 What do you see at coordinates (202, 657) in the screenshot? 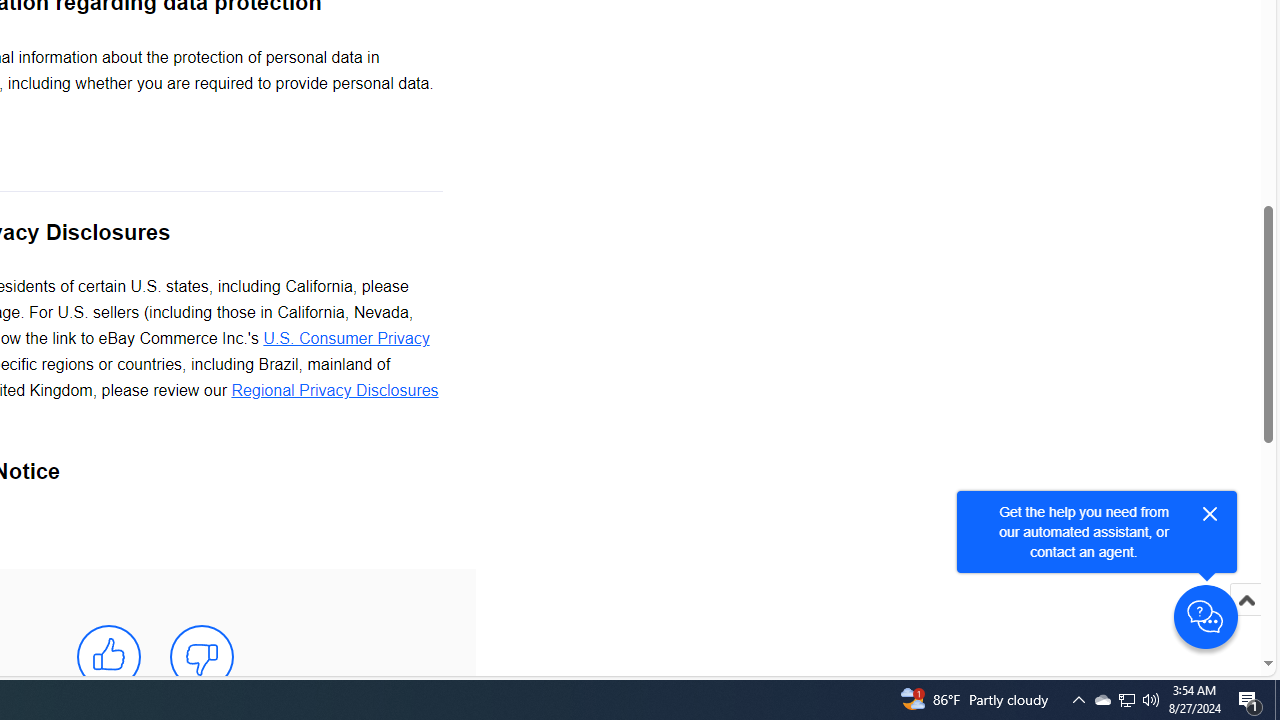
I see `'mark this article not helpful'` at bounding box center [202, 657].